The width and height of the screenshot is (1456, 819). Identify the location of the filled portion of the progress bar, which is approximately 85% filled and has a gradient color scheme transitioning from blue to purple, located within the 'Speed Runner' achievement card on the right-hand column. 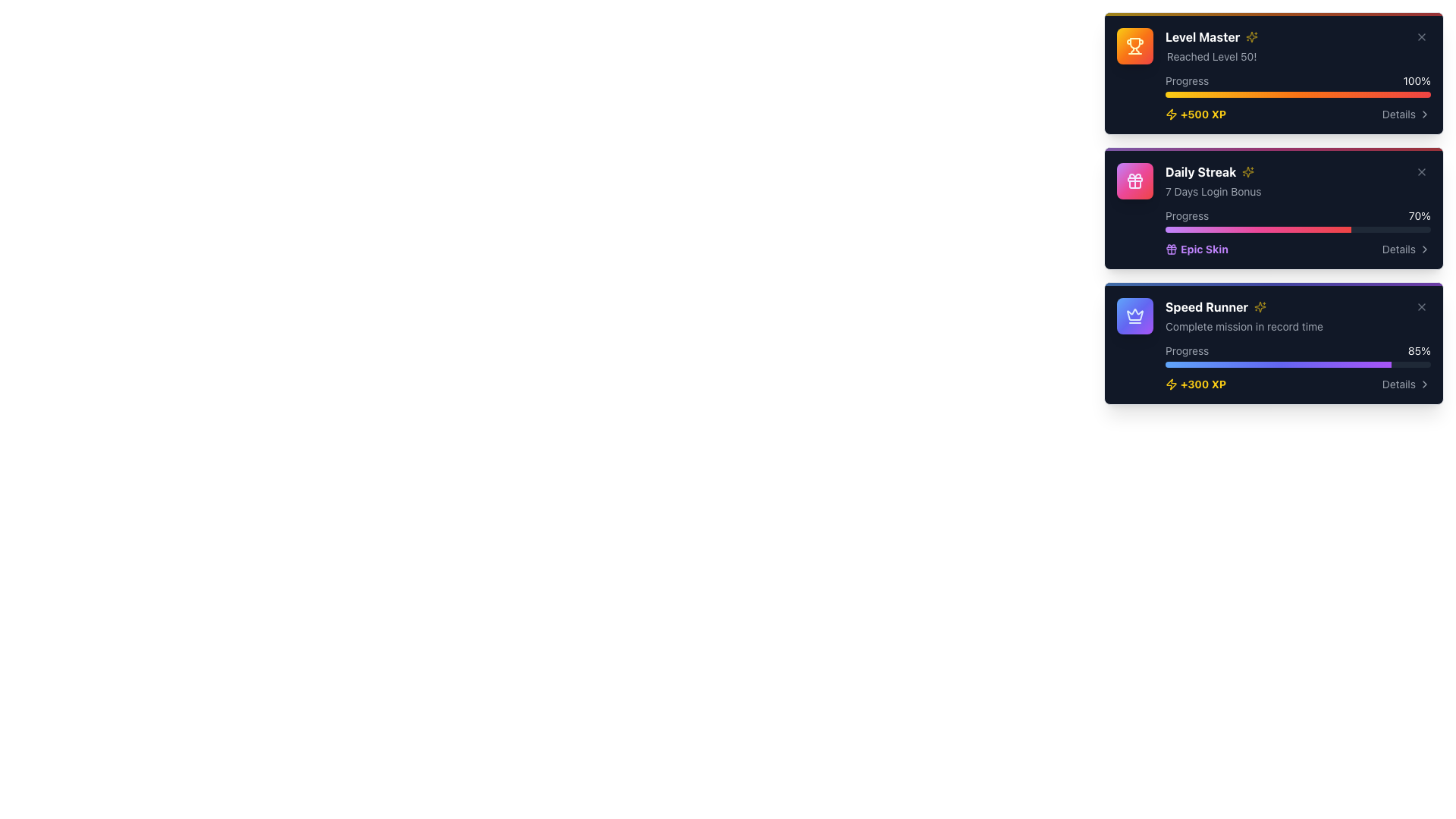
(1277, 365).